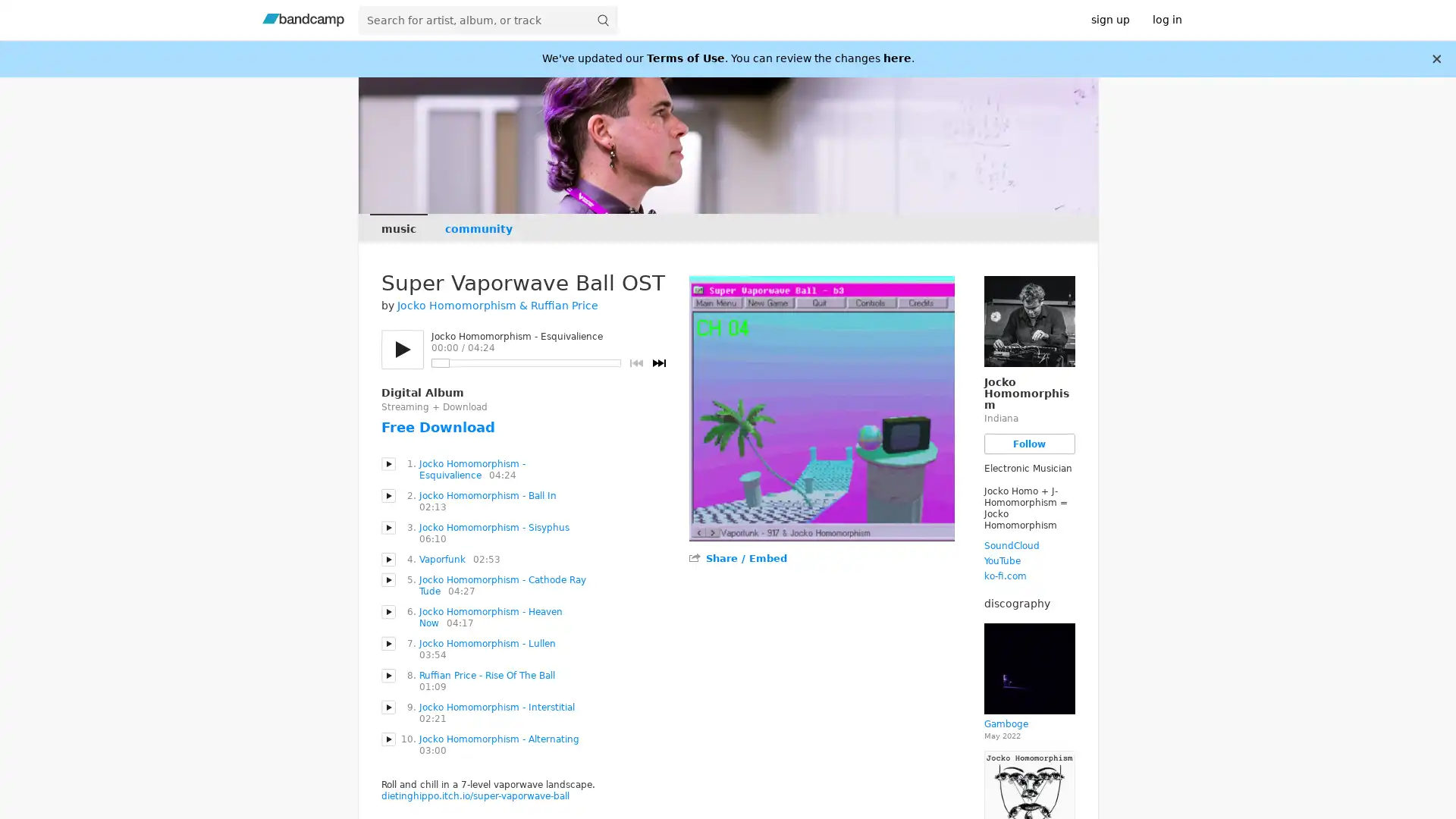 This screenshot has height=819, width=1456. I want to click on Previous track, so click(635, 362).